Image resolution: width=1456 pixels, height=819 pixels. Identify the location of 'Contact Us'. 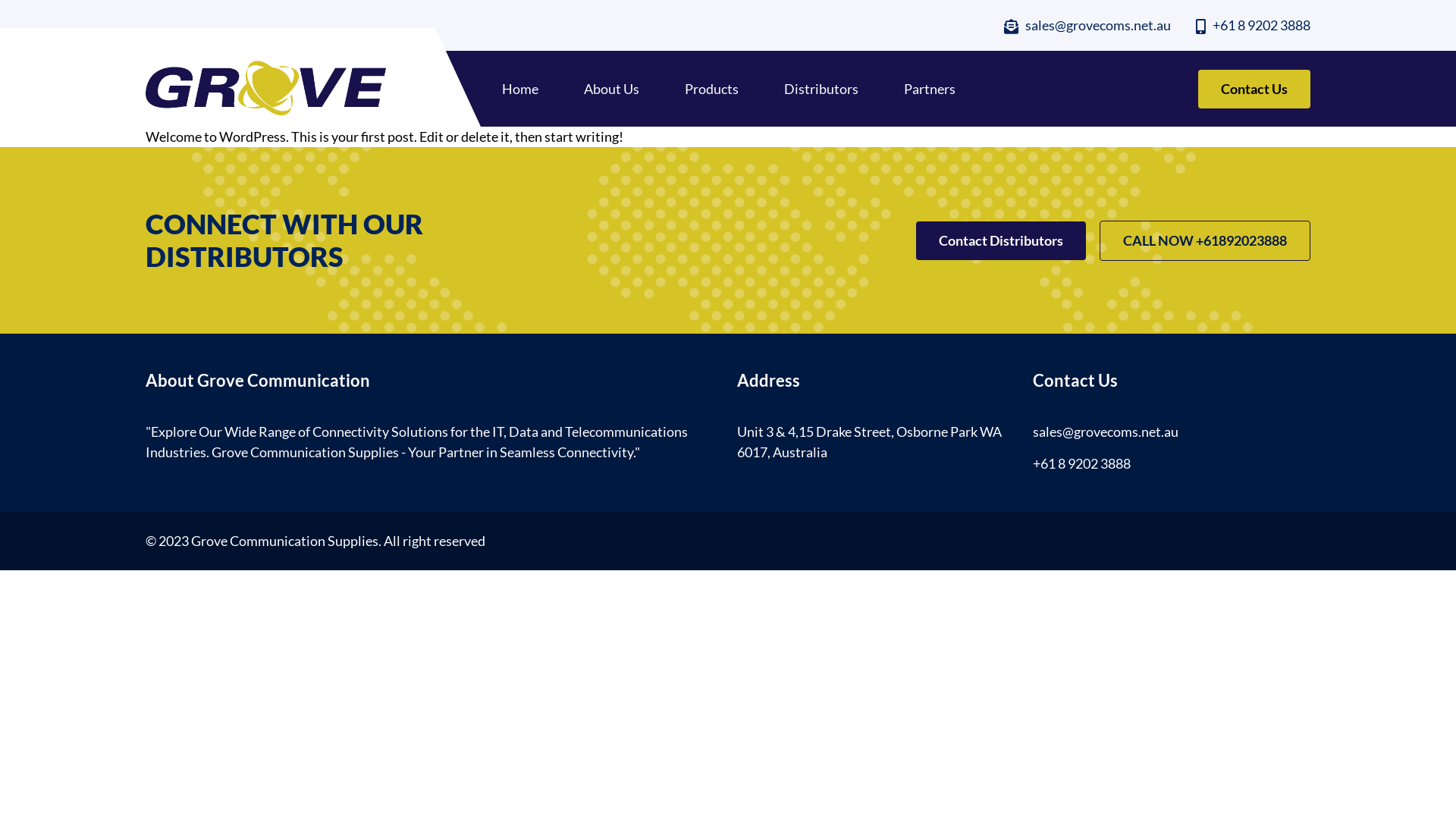
(1254, 89).